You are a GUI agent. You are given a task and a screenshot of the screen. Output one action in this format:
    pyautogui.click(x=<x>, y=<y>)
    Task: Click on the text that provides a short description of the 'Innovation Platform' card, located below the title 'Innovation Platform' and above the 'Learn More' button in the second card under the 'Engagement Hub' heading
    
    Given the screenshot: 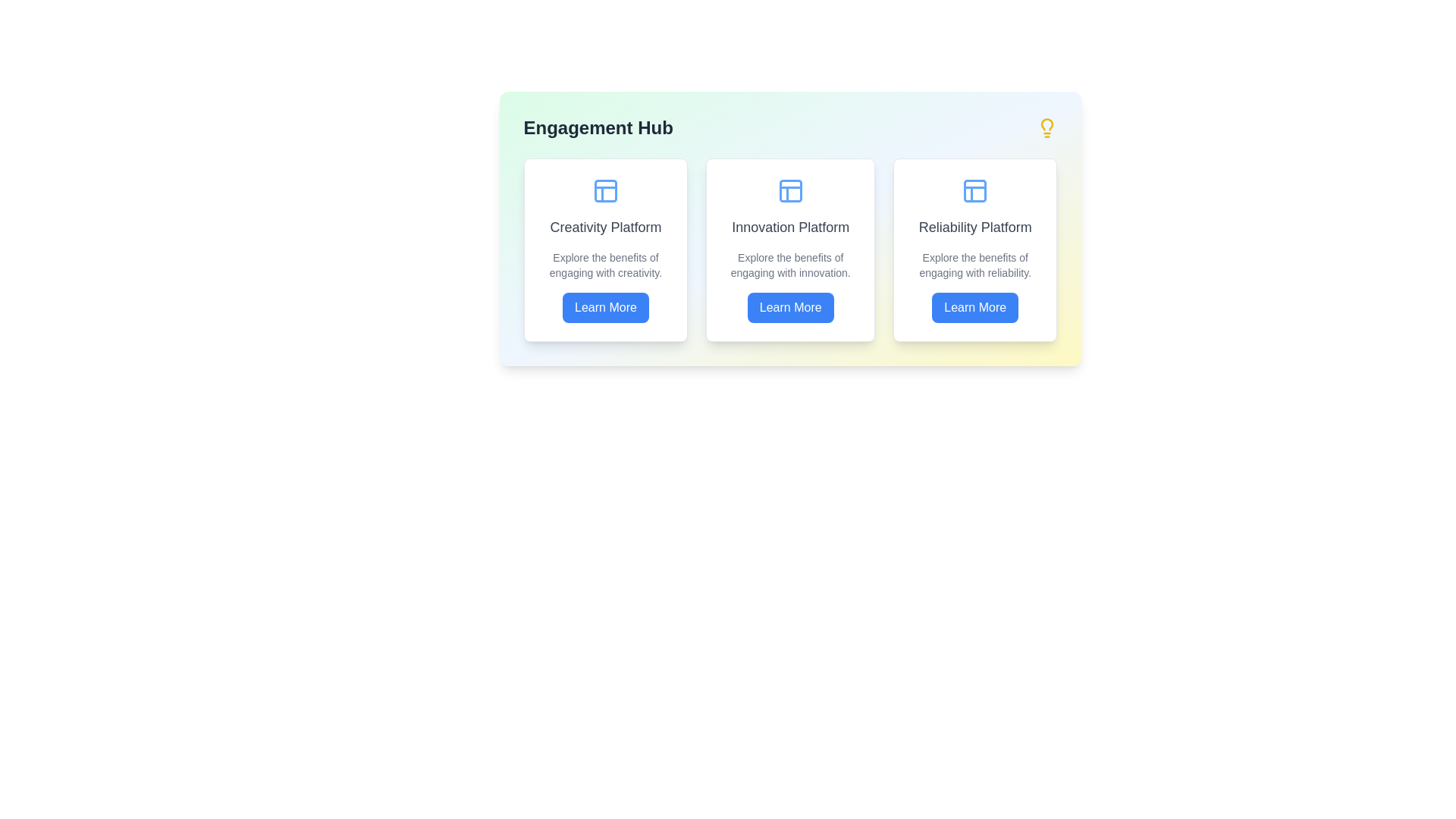 What is the action you would take?
    pyautogui.click(x=789, y=265)
    